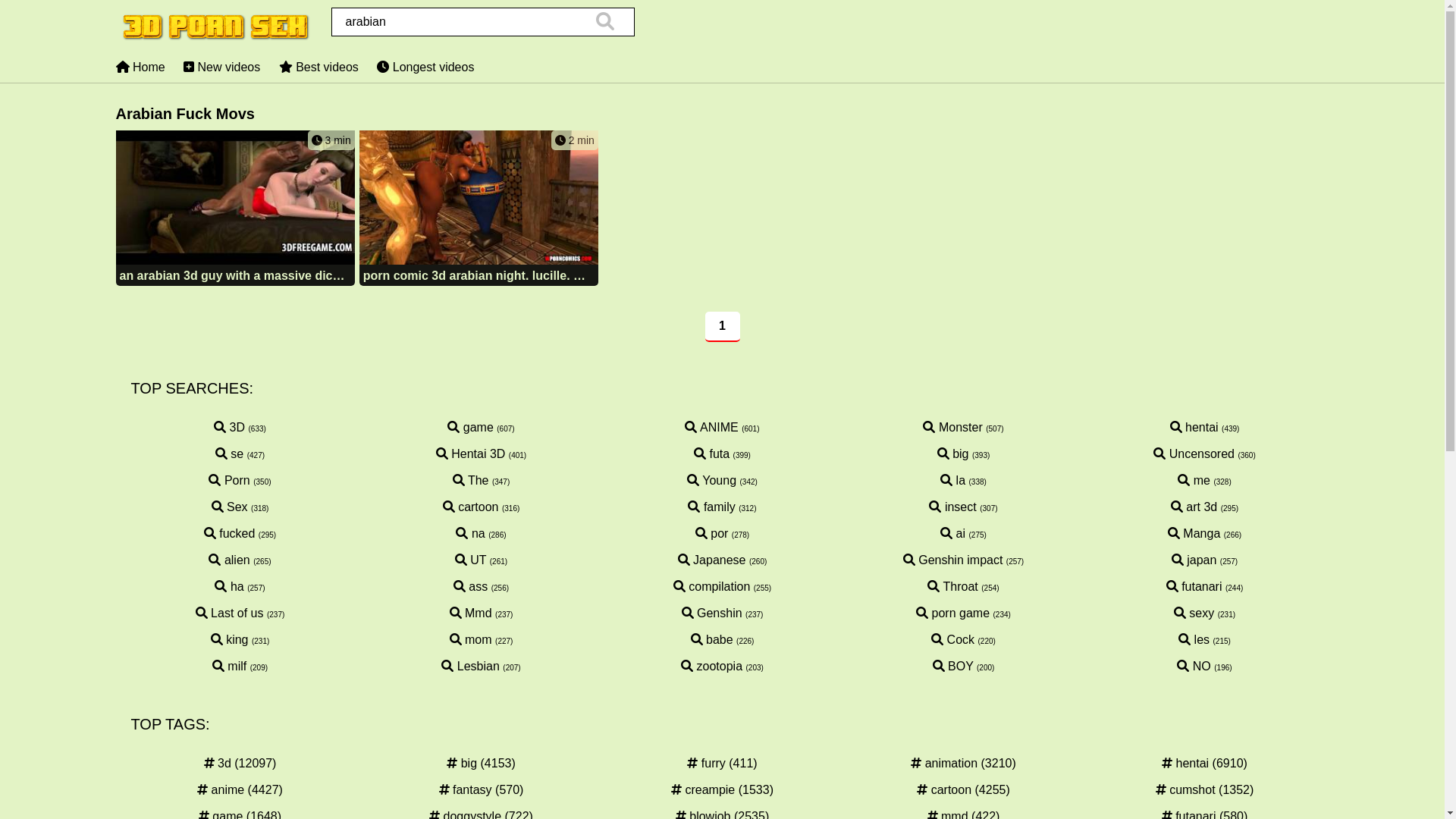 The height and width of the screenshot is (819, 1456). What do you see at coordinates (1193, 639) in the screenshot?
I see `'les'` at bounding box center [1193, 639].